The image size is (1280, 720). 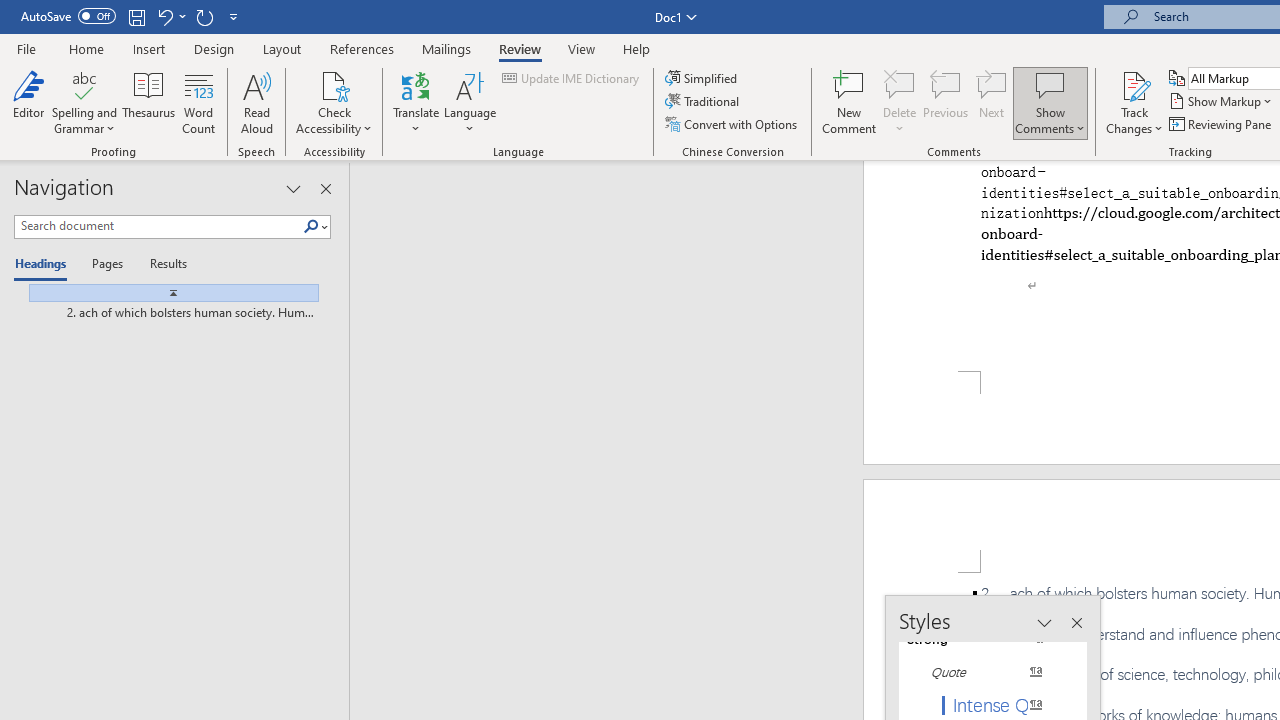 I want to click on 'View', so click(x=581, y=48).